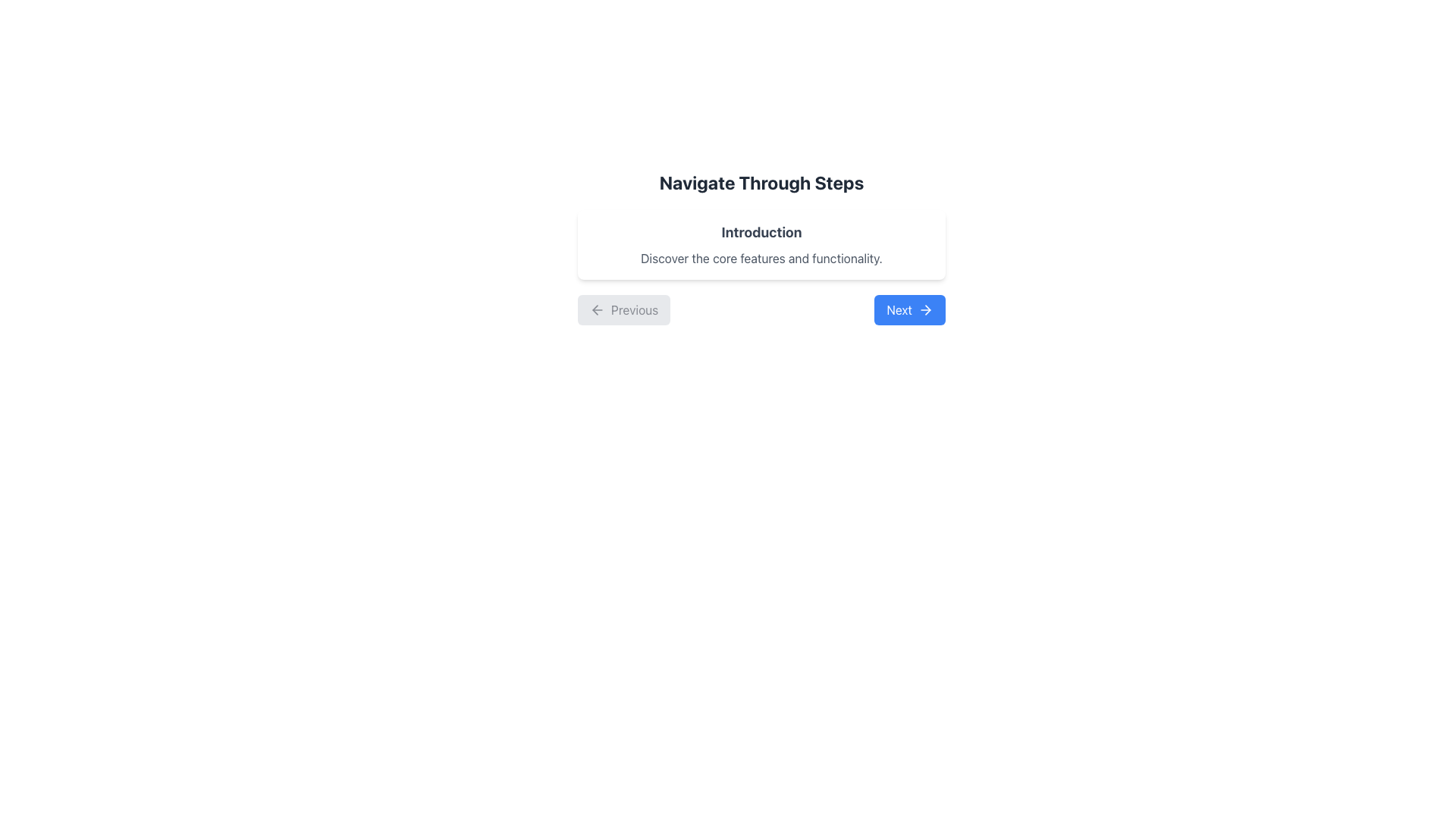  Describe the element at coordinates (761, 257) in the screenshot. I see `the text label that reads 'Discover the core features and functionality.' which is styled in gray and located below the 'Introduction' heading` at that location.